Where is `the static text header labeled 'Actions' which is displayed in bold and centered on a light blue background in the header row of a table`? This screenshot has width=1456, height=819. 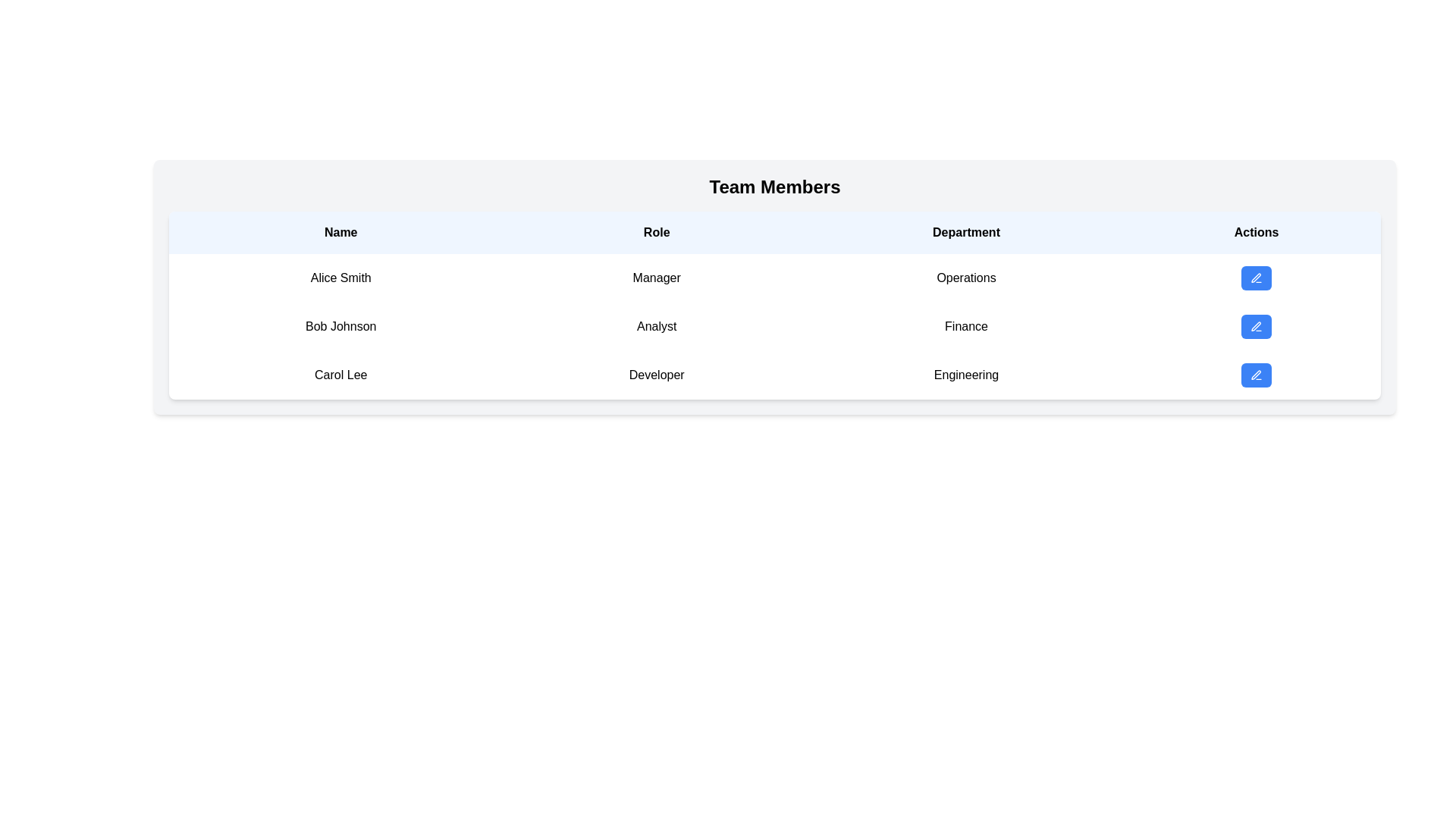
the static text header labeled 'Actions' which is displayed in bold and centered on a light blue background in the header row of a table is located at coordinates (1256, 233).